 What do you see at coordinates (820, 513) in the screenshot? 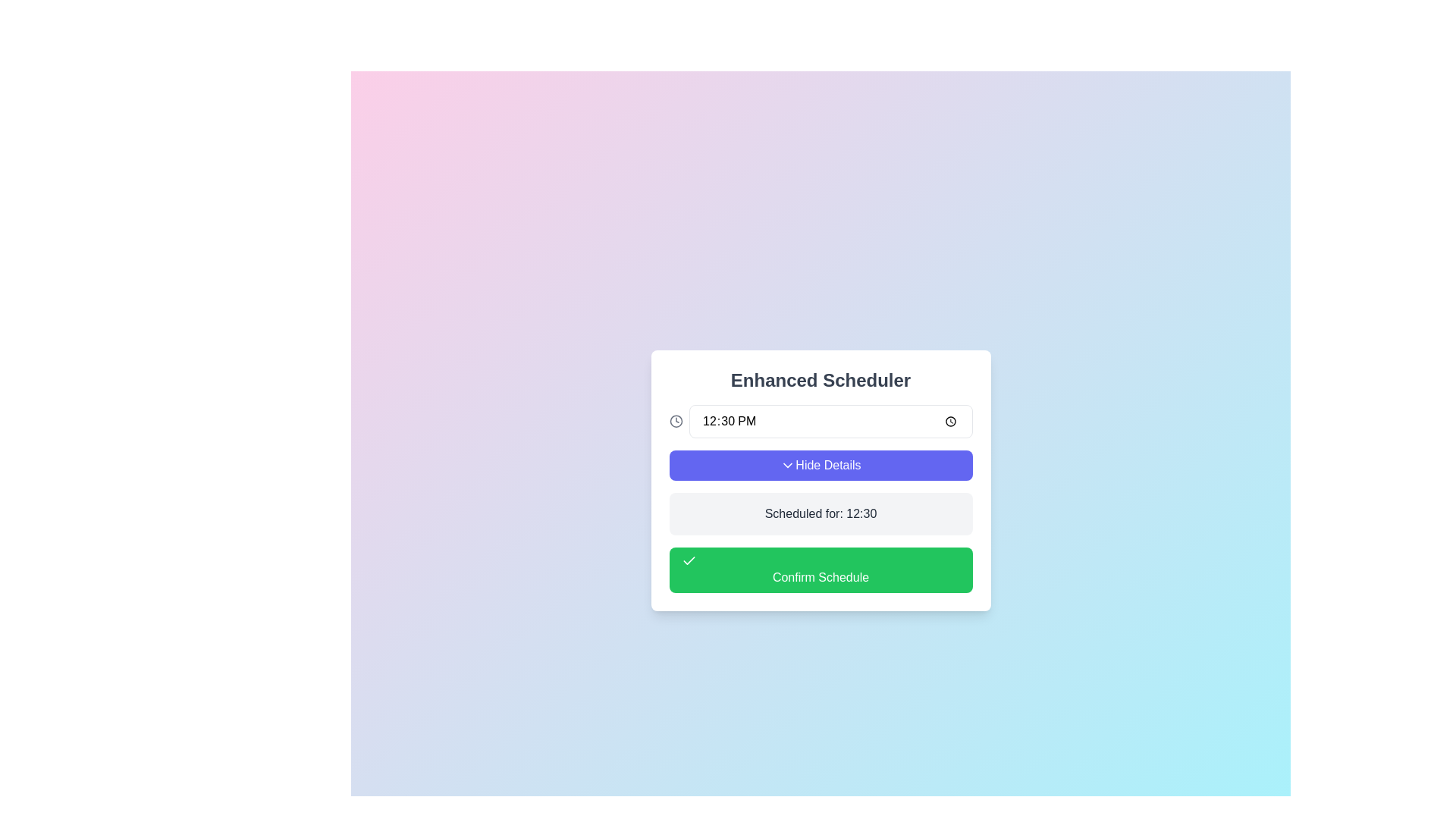
I see `the static label displaying the scheduled time value ('Scheduled for: 12:30') located above the 'Confirm Schedule' green button and below the 'Hide Details' button` at bounding box center [820, 513].